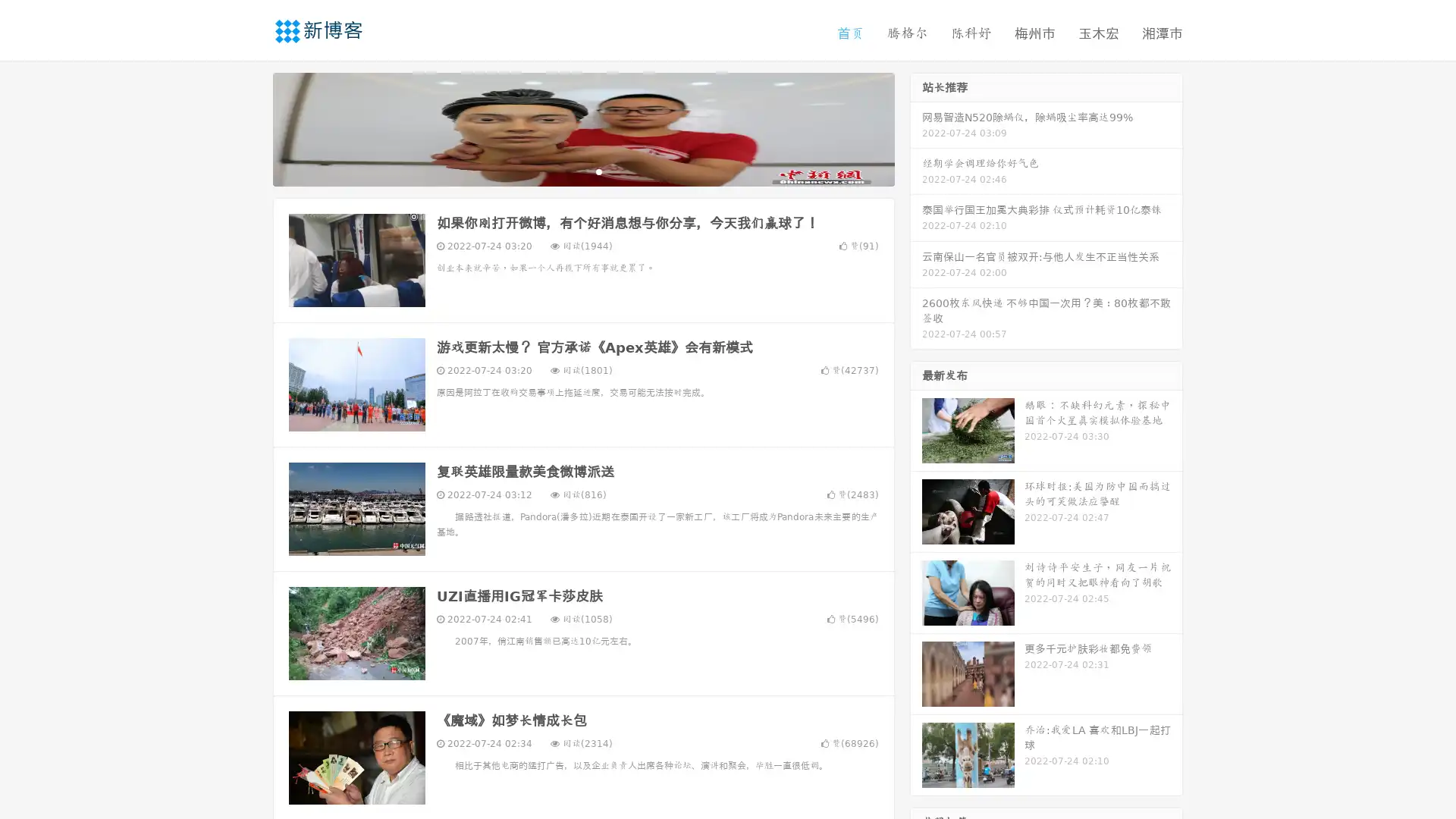  Describe the element at coordinates (582, 171) in the screenshot. I see `Go to slide 2` at that location.